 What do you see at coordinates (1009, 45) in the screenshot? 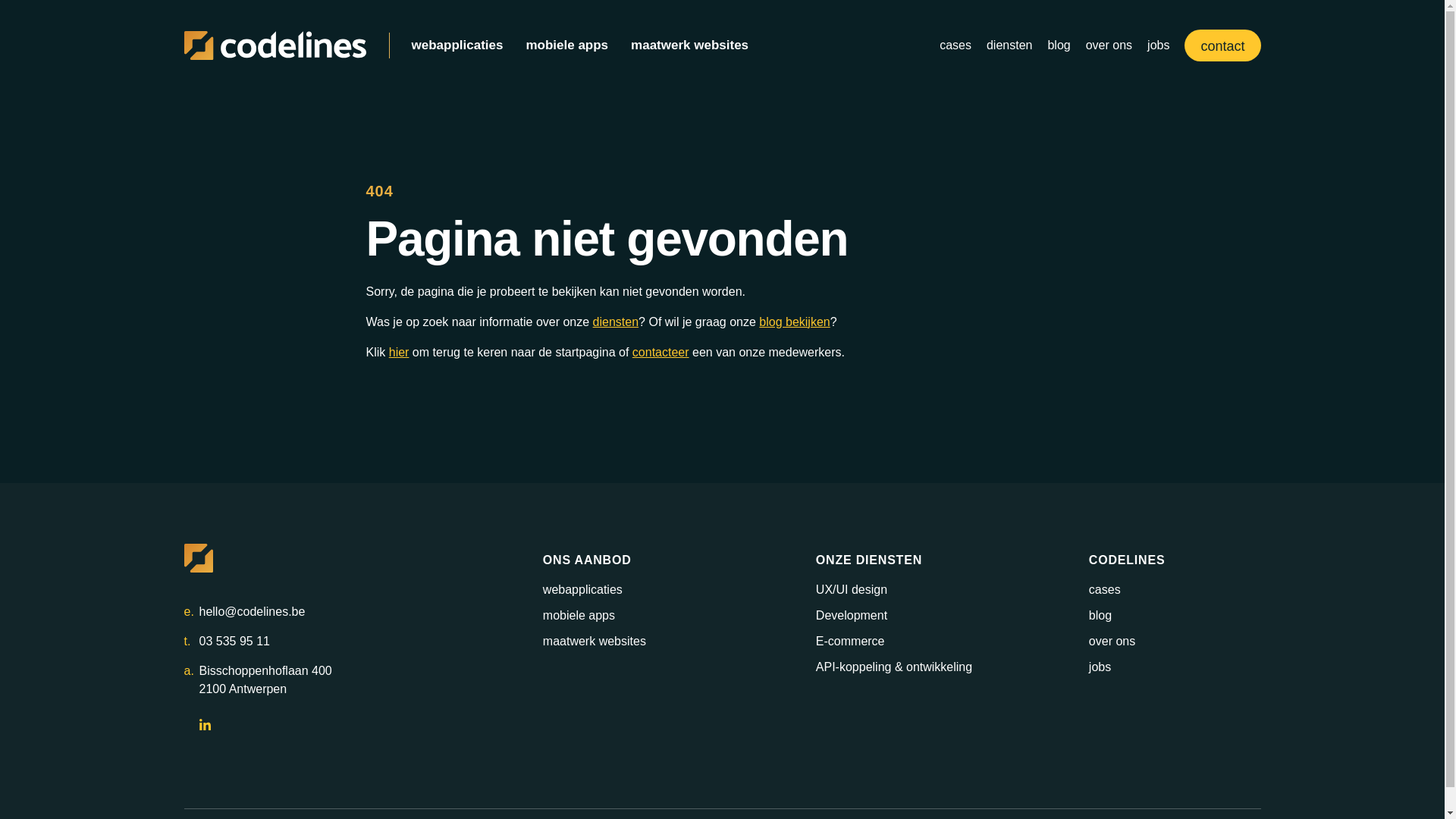
I see `'diensten'` at bounding box center [1009, 45].